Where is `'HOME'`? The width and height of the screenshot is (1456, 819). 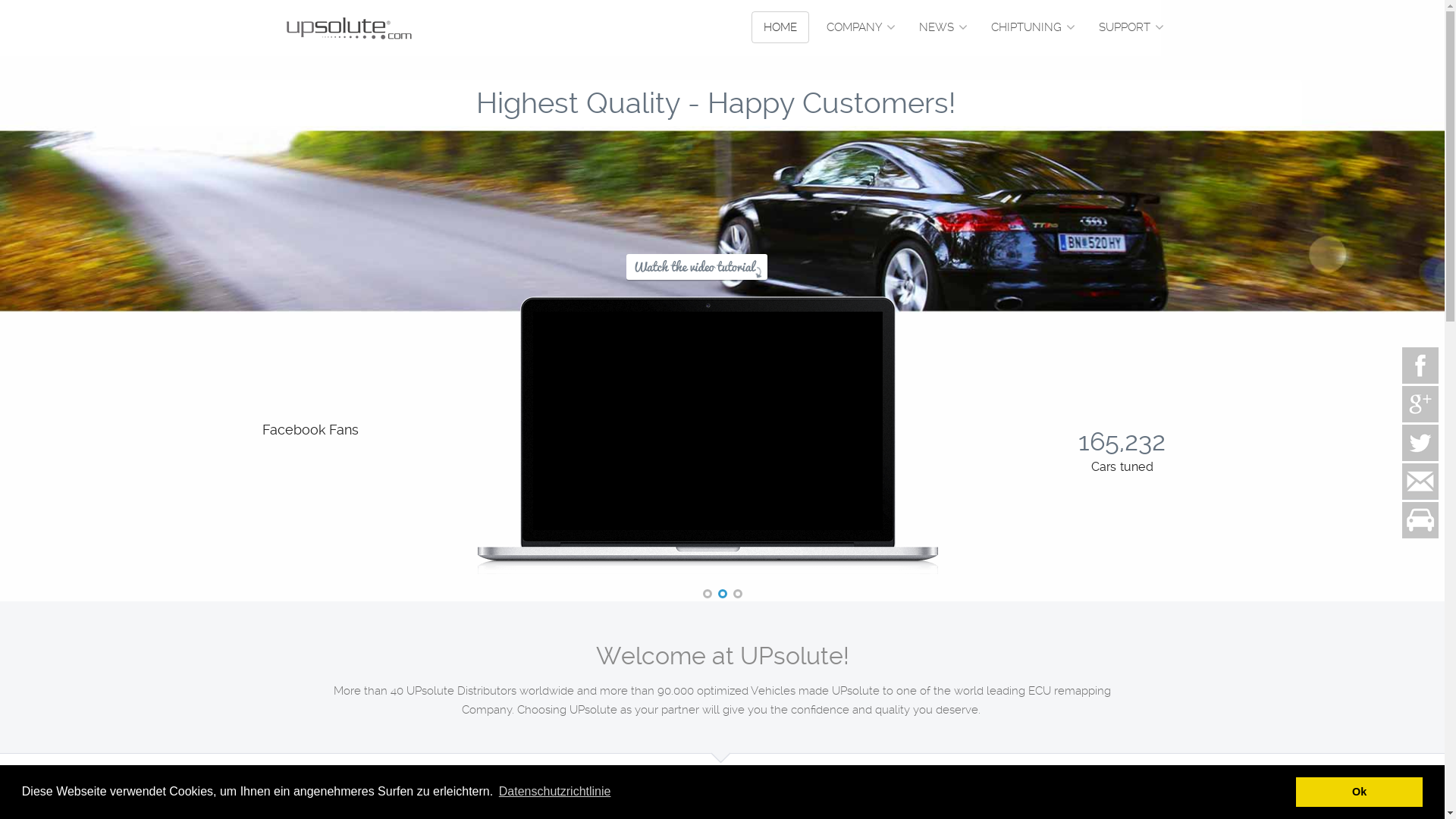 'HOME' is located at coordinates (750, 27).